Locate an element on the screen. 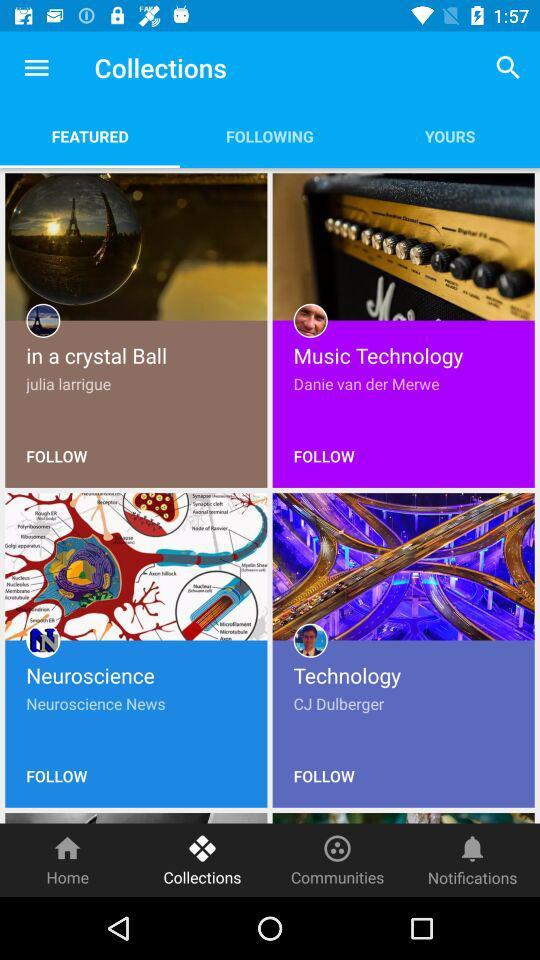  communities item is located at coordinates (337, 859).